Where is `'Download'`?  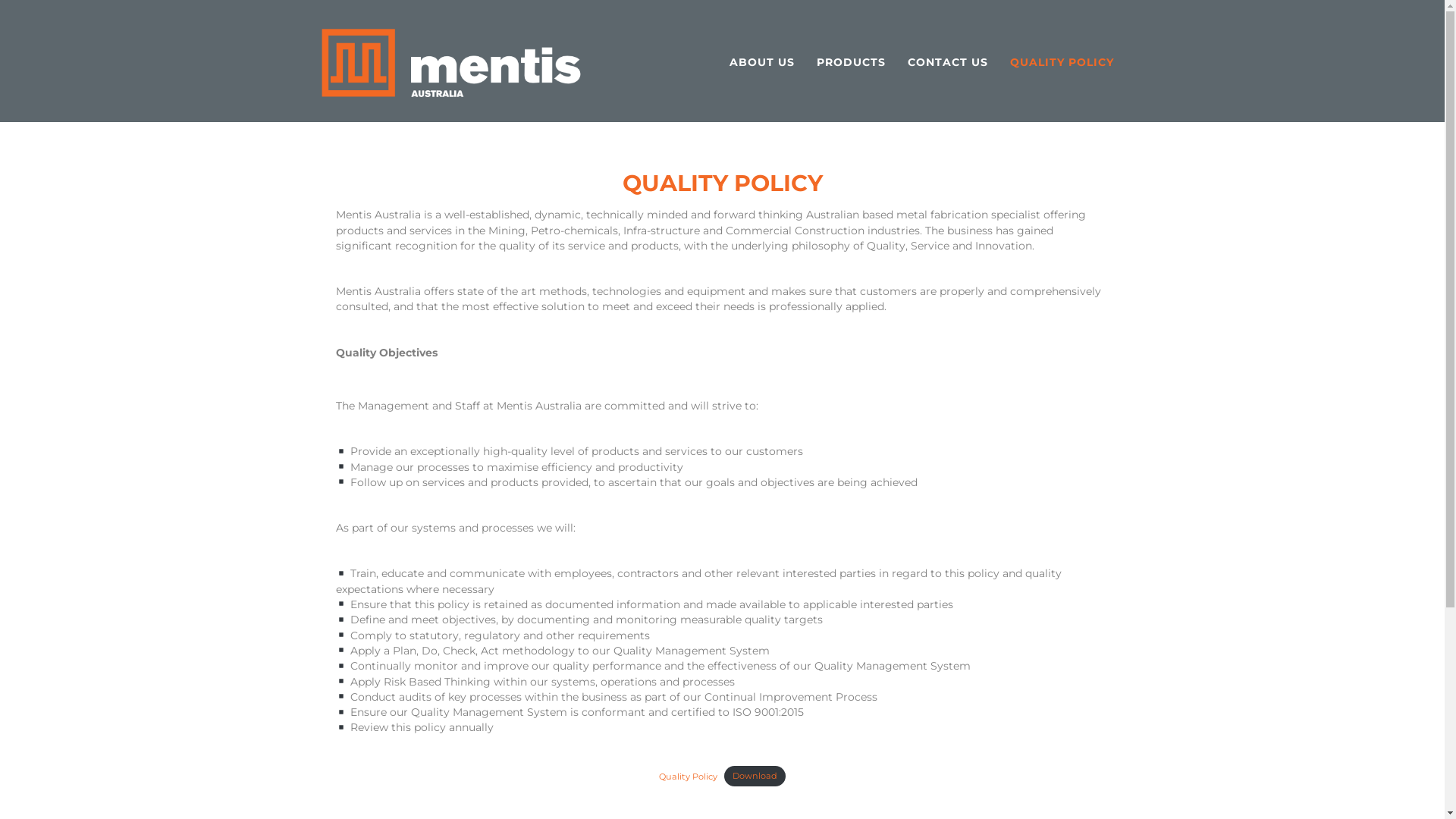 'Download' is located at coordinates (754, 776).